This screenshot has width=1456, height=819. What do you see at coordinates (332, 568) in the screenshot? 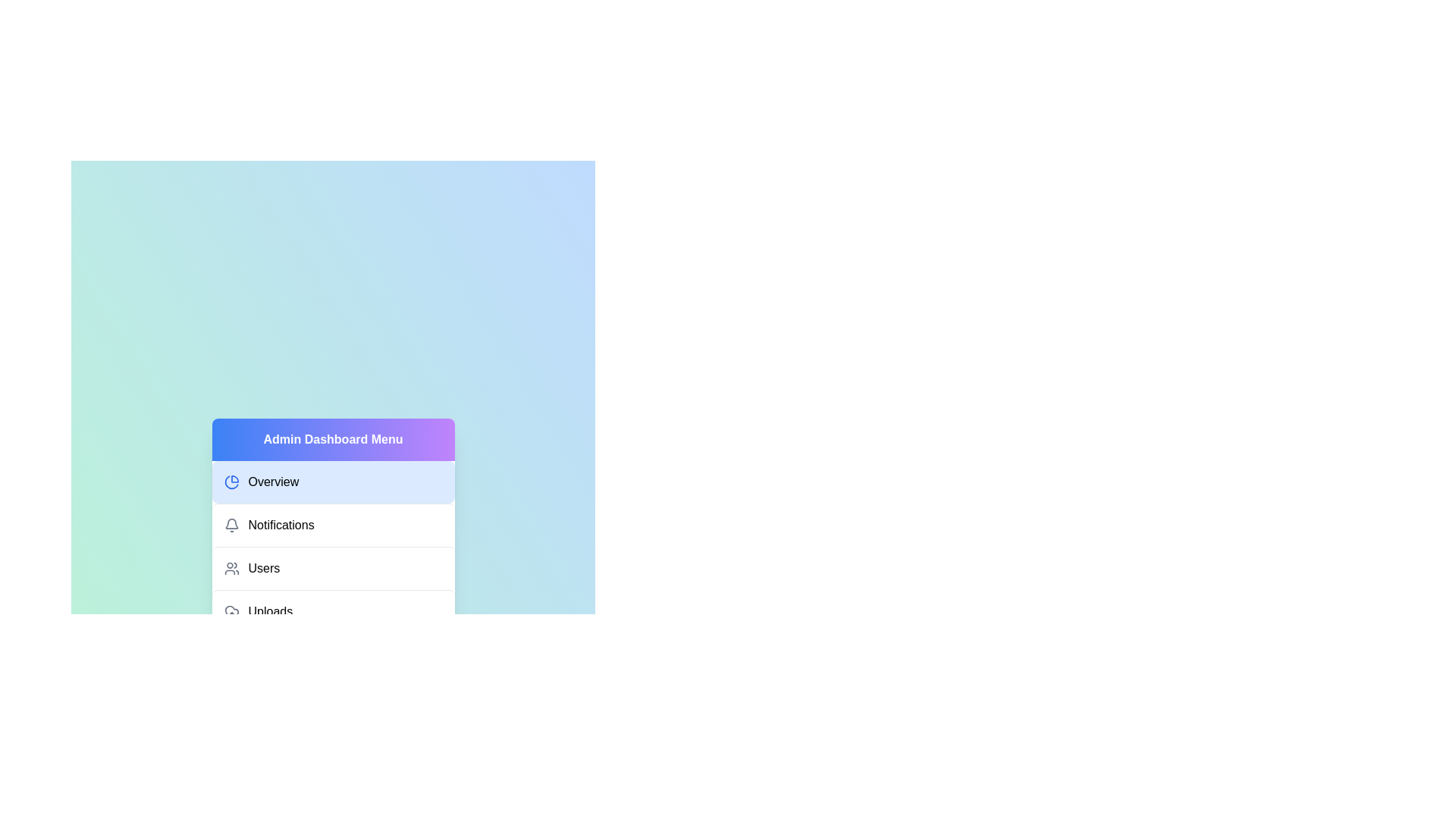
I see `the menu item Users by clicking on it` at bounding box center [332, 568].